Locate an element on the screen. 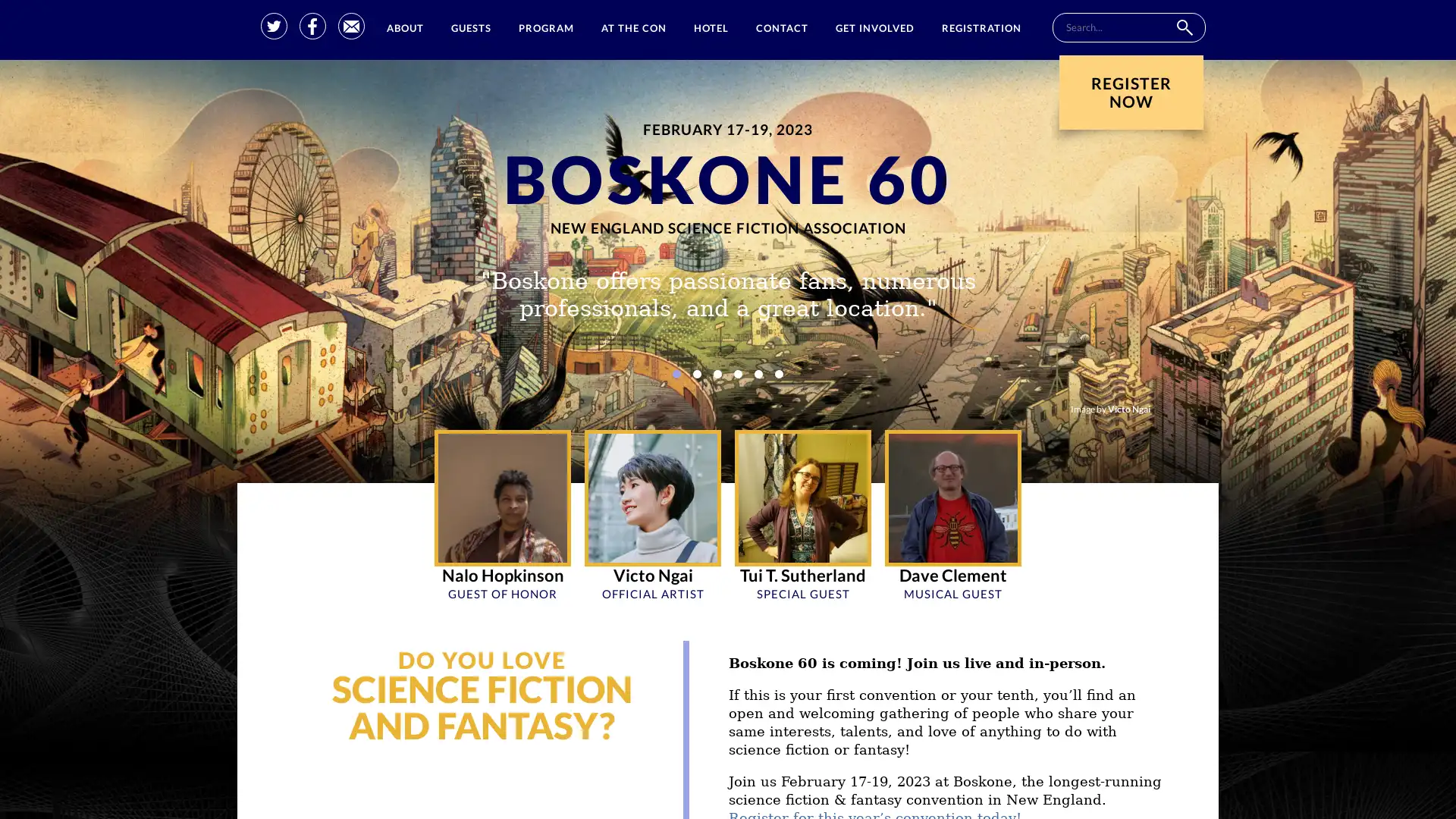 This screenshot has width=1456, height=819. Search is located at coordinates (1183, 27).